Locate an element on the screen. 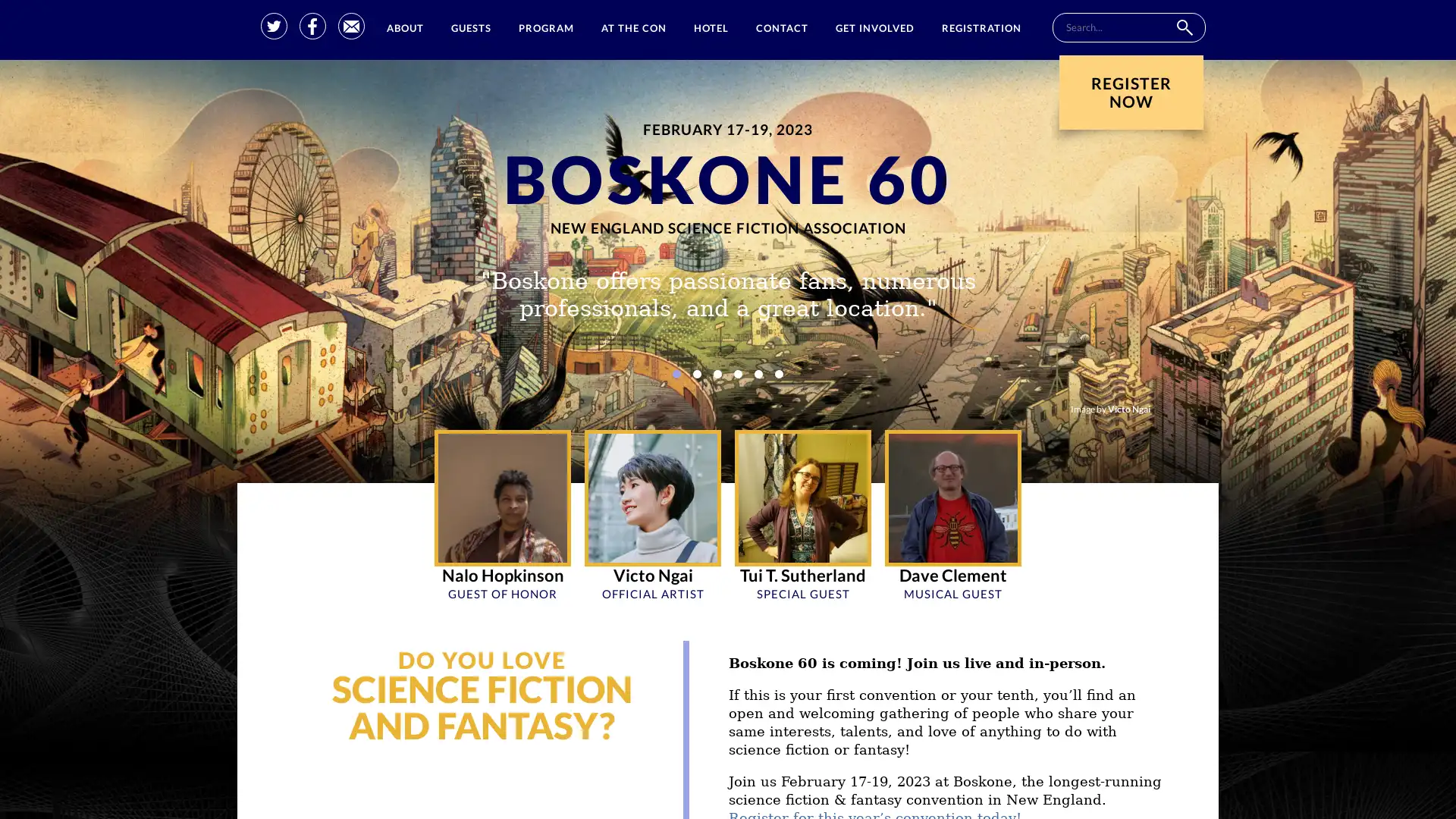 This screenshot has width=1456, height=819. Search is located at coordinates (1183, 27).